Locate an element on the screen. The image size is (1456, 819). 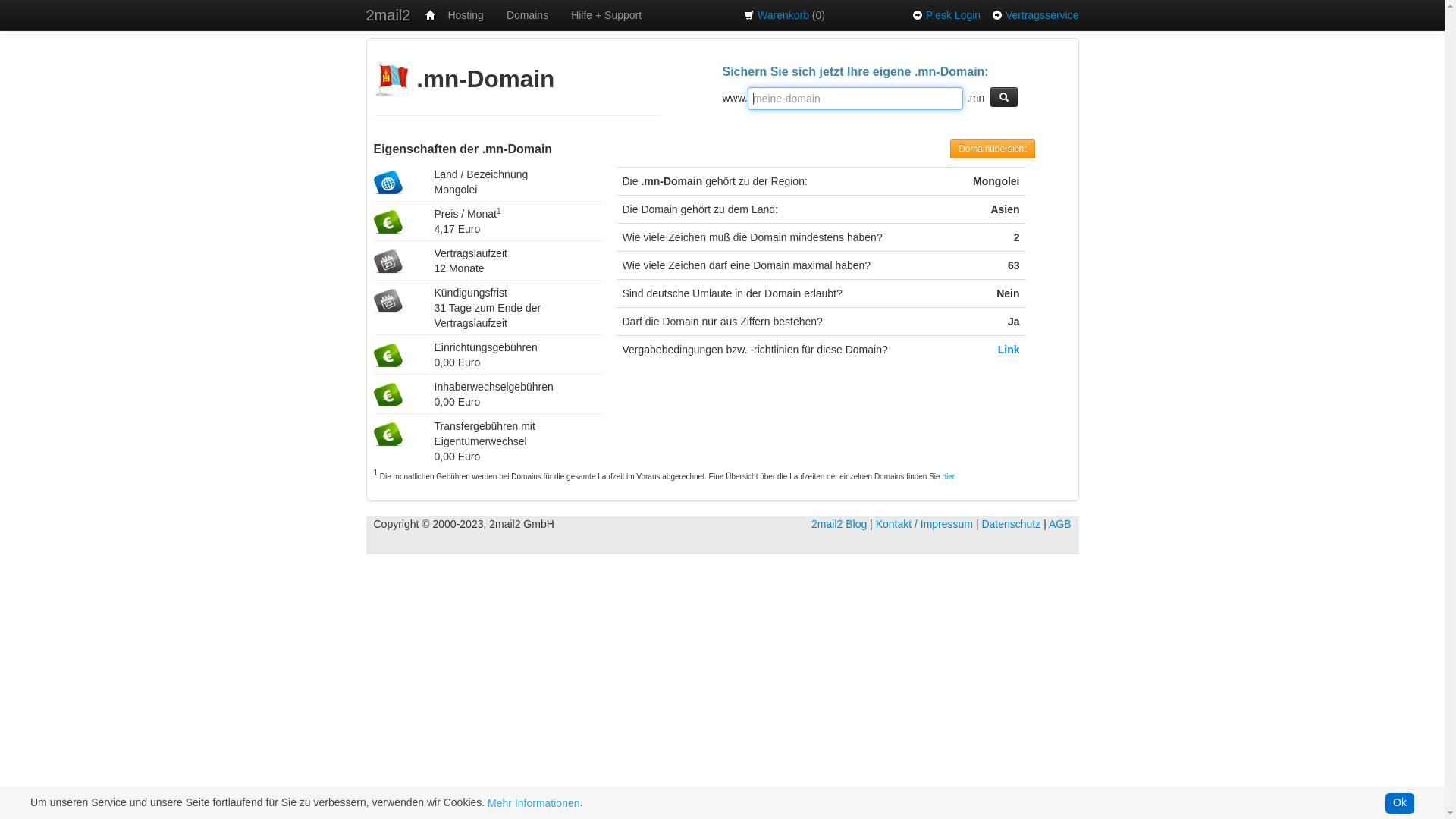
'Kontakt / Impressum' is located at coordinates (876, 522).